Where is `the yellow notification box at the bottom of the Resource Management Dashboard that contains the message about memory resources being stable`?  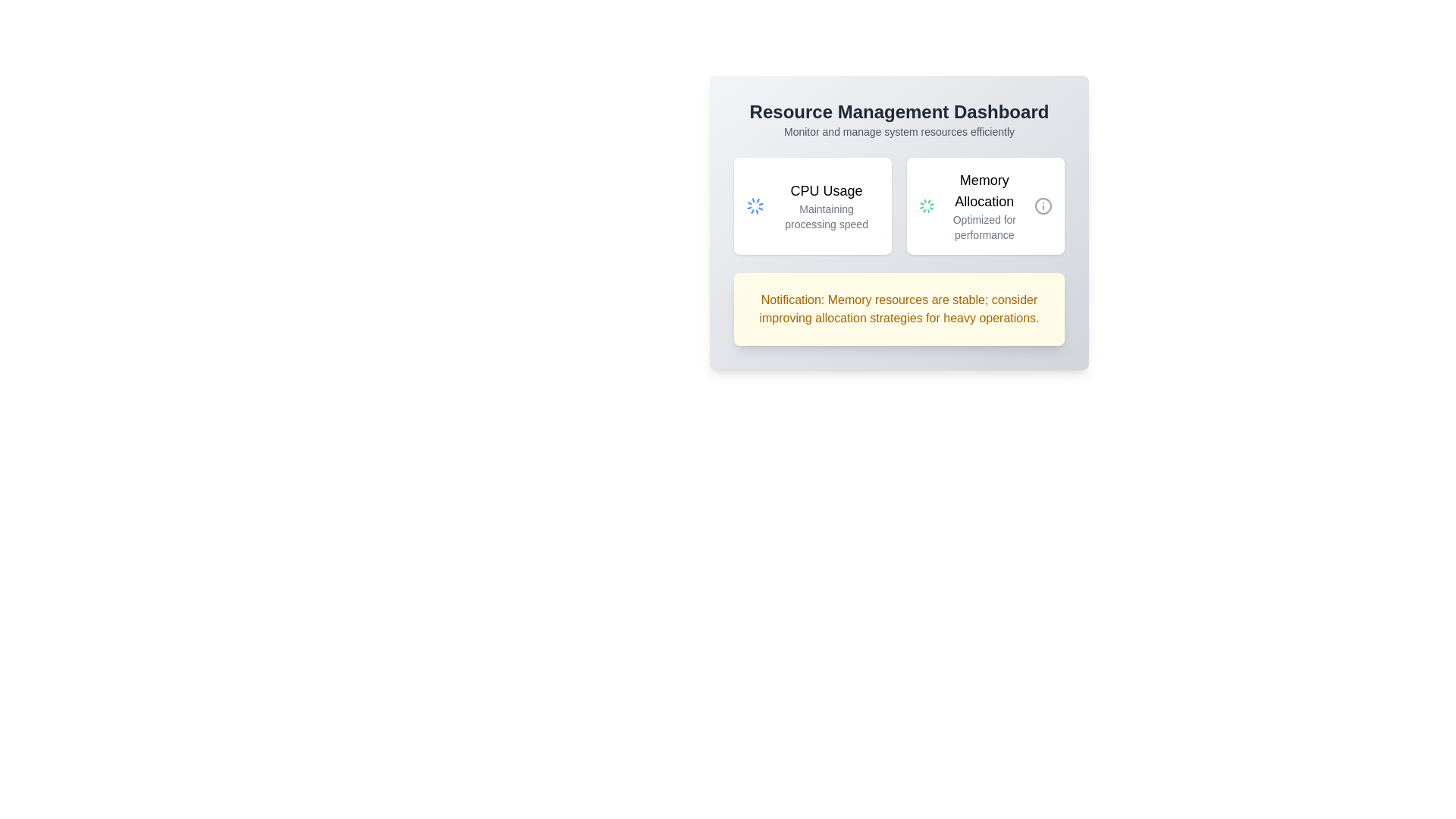 the yellow notification box at the bottom of the Resource Management Dashboard that contains the message about memory resources being stable is located at coordinates (899, 309).